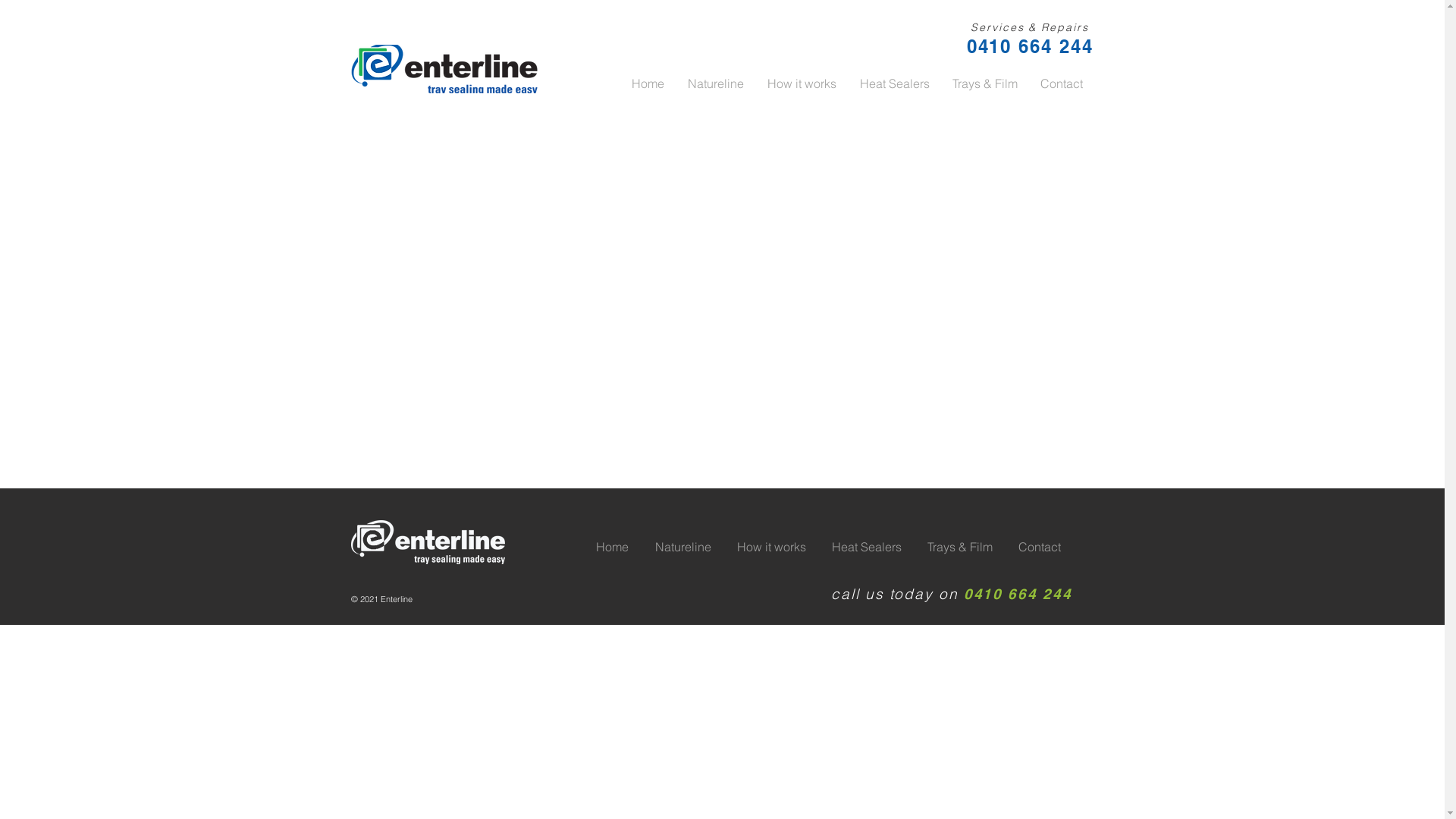 This screenshot has height=819, width=1456. I want to click on 'Natureline', so click(714, 83).